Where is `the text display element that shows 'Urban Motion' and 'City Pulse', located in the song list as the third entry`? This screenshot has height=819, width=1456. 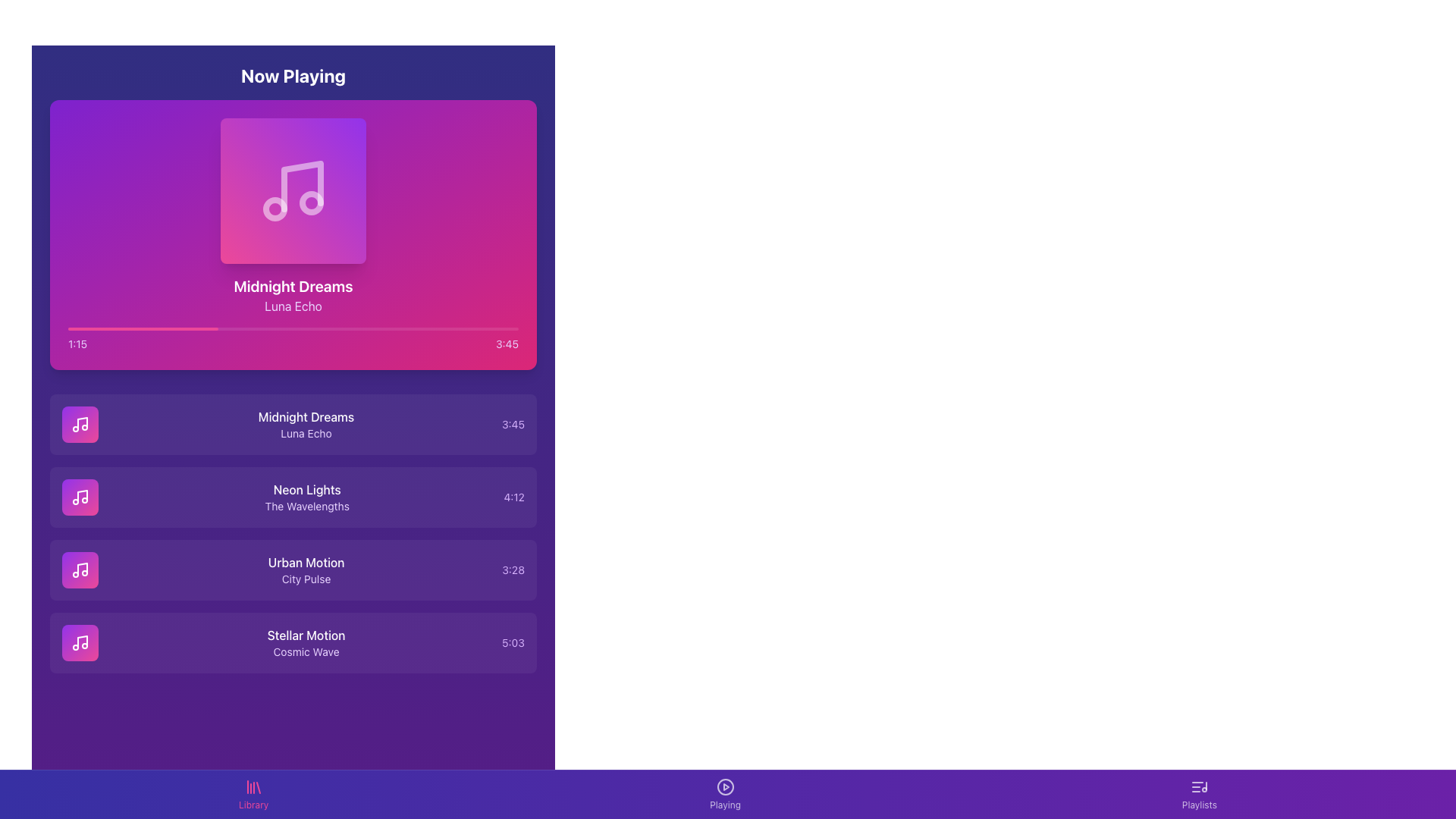 the text display element that shows 'Urban Motion' and 'City Pulse', located in the song list as the third entry is located at coordinates (306, 570).